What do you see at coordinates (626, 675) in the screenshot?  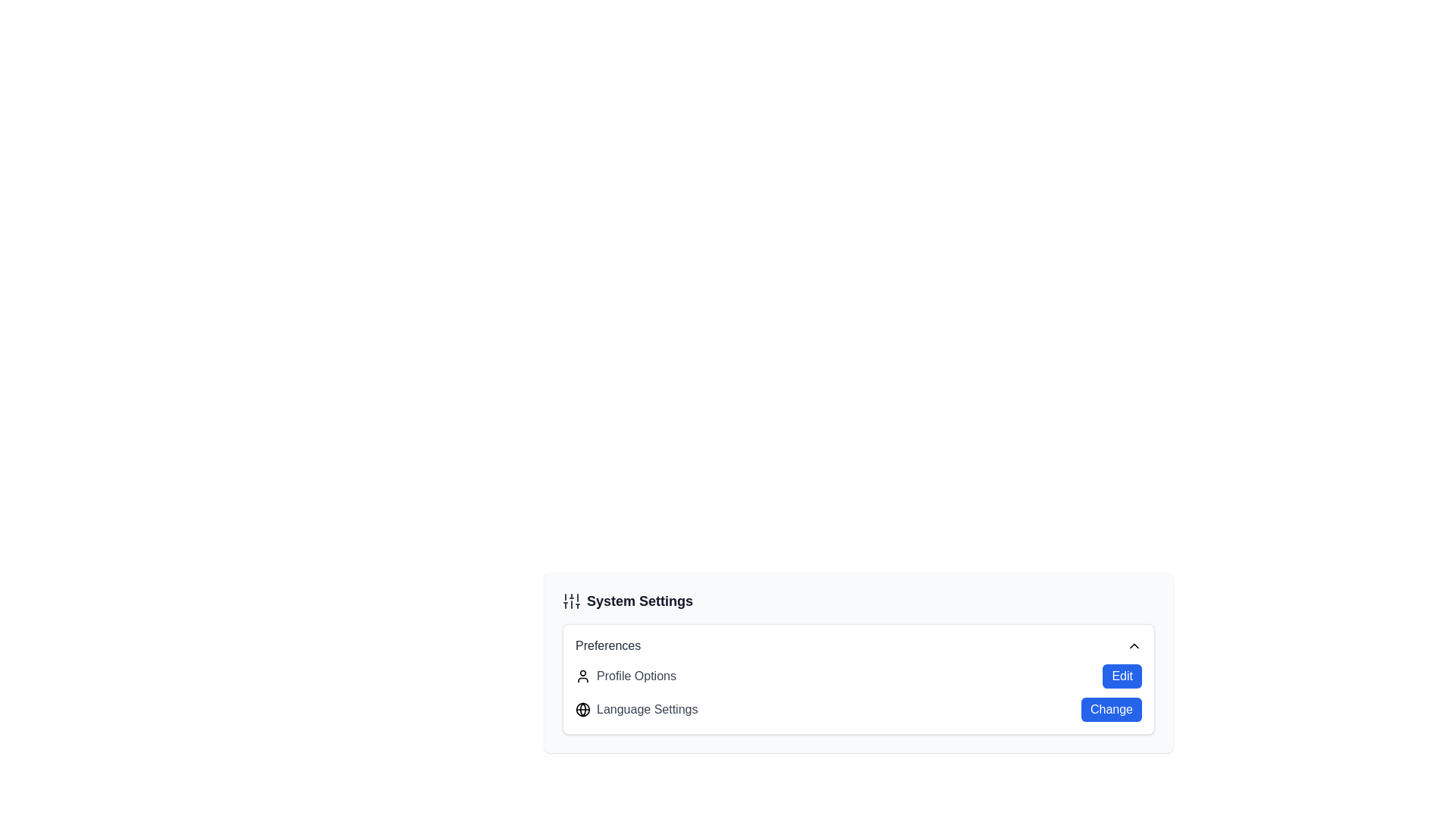 I see `the text or icon of the Label with associated icon located in the profile management options section under 'Preferences'` at bounding box center [626, 675].